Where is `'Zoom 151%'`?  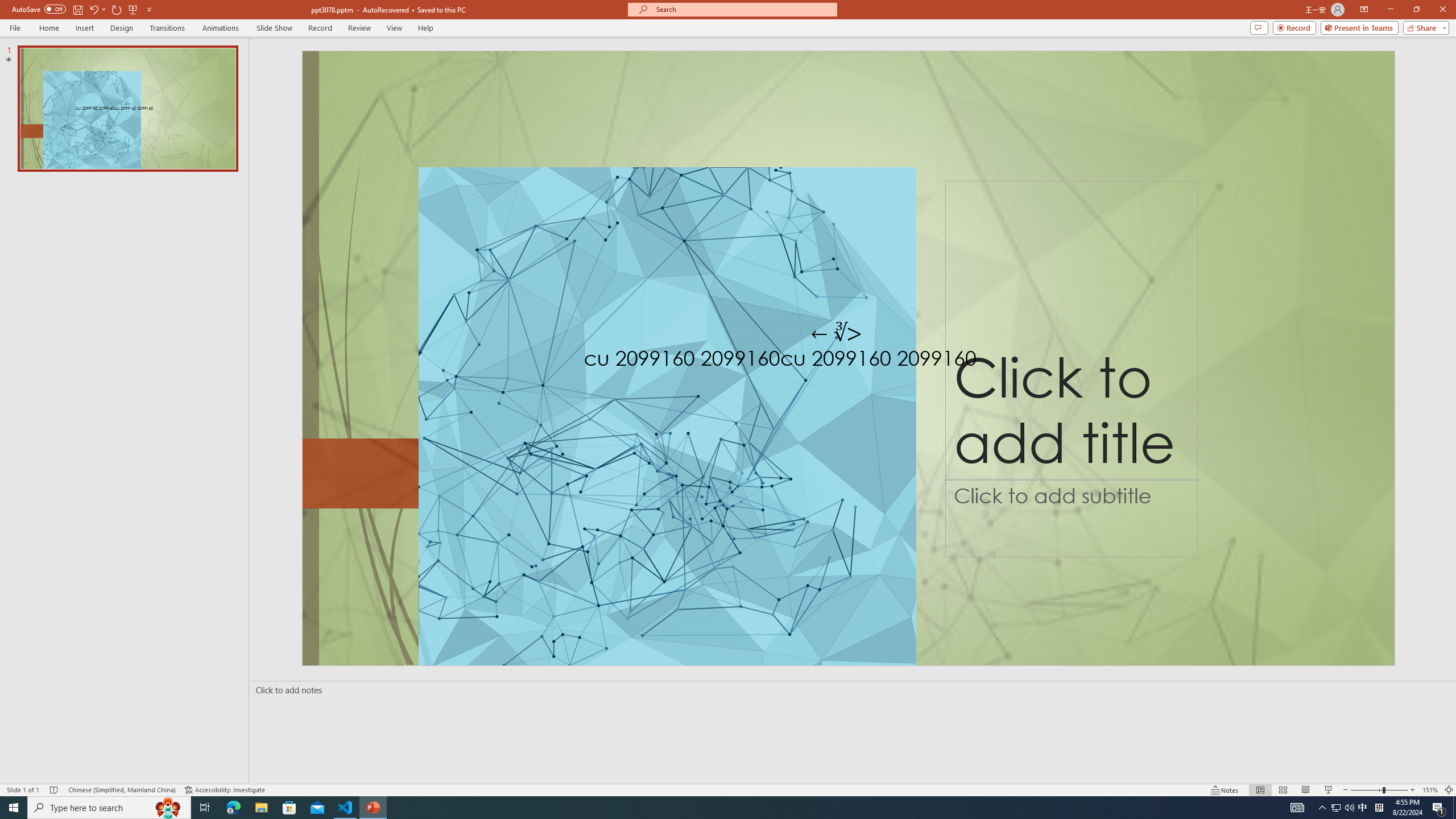 'Zoom 151%' is located at coordinates (1430, 790).